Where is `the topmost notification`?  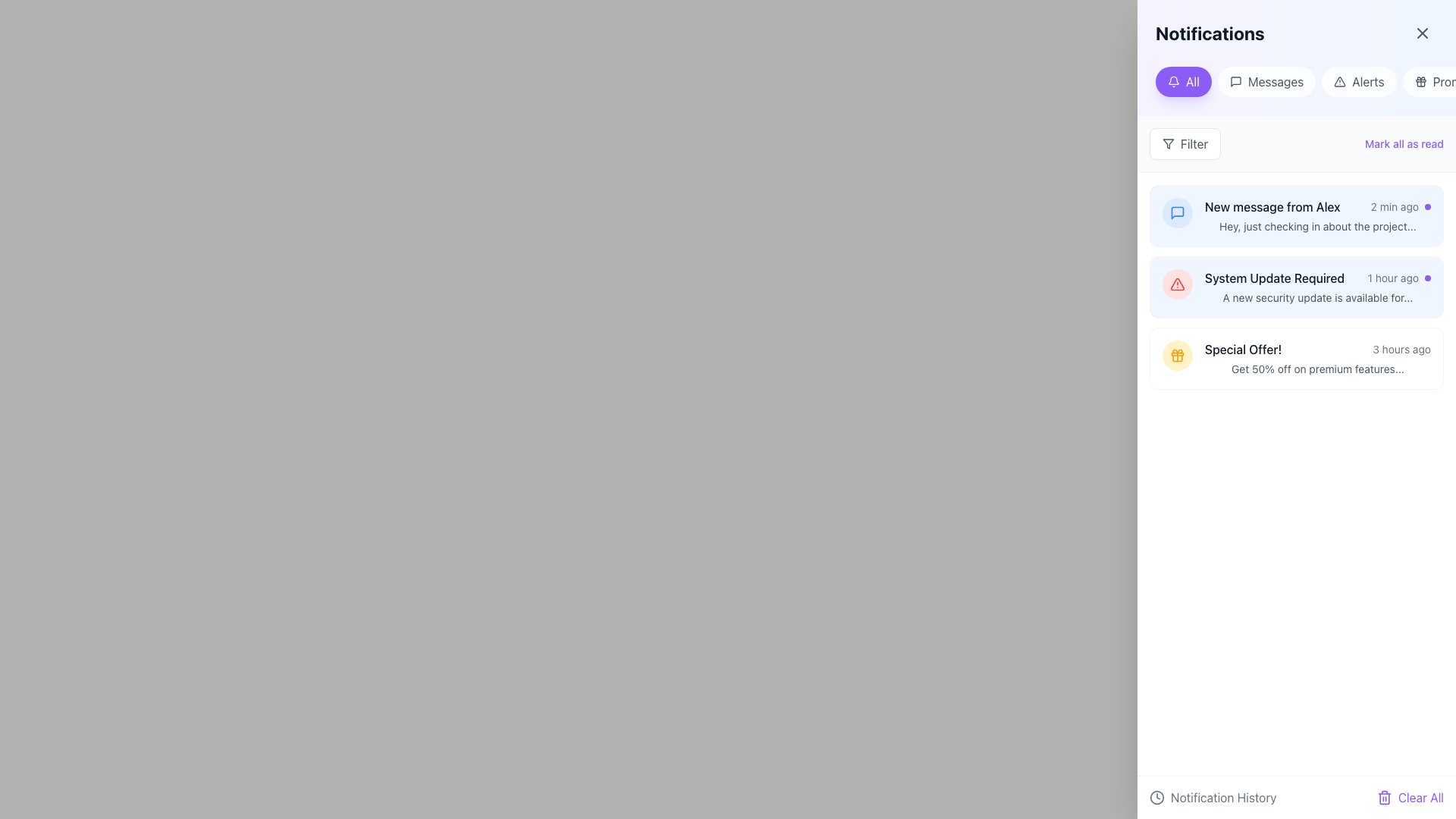 the topmost notification is located at coordinates (1316, 207).